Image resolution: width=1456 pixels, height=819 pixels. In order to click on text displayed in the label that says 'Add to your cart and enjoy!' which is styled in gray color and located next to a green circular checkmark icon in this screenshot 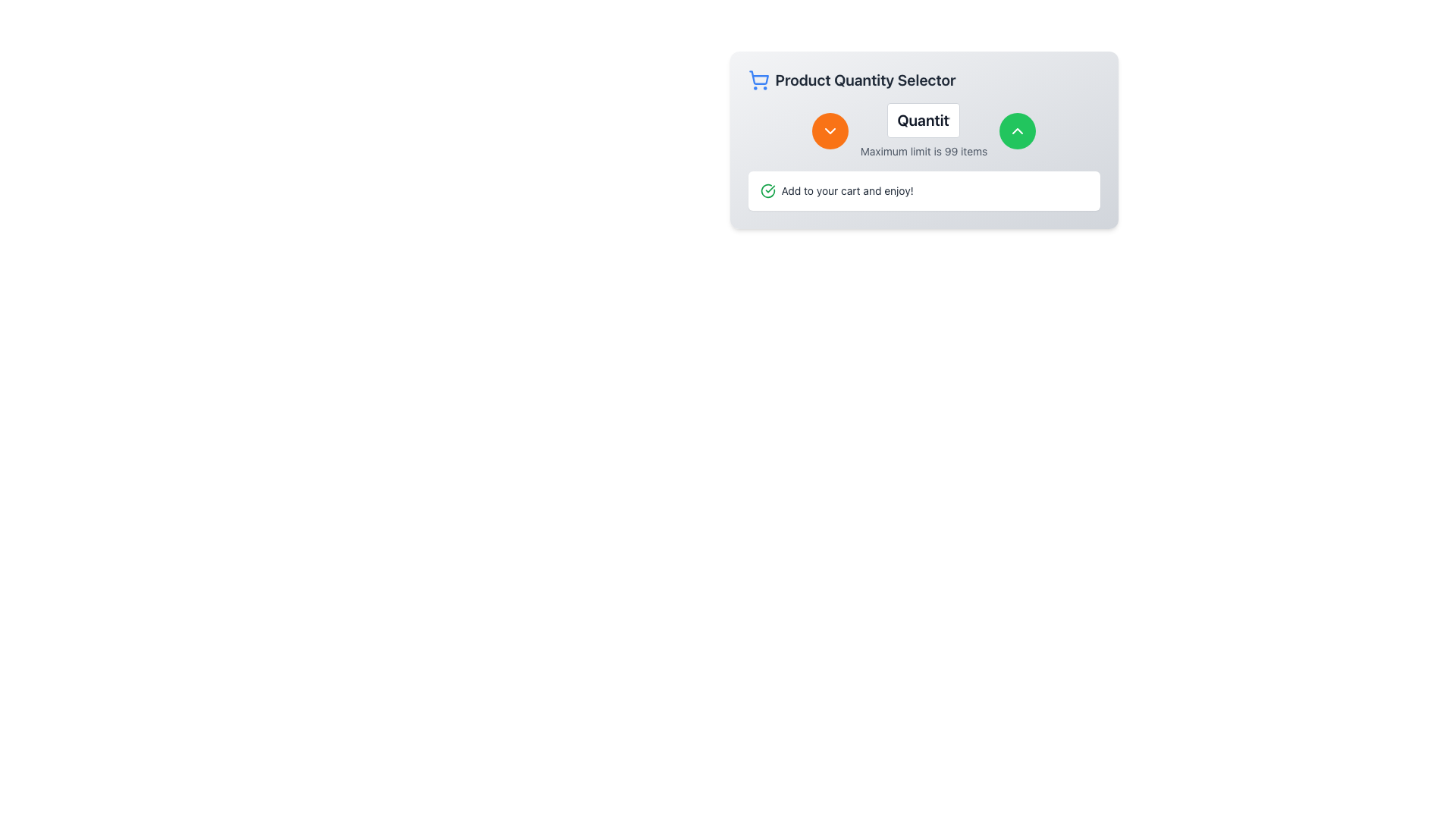, I will do `click(846, 190)`.